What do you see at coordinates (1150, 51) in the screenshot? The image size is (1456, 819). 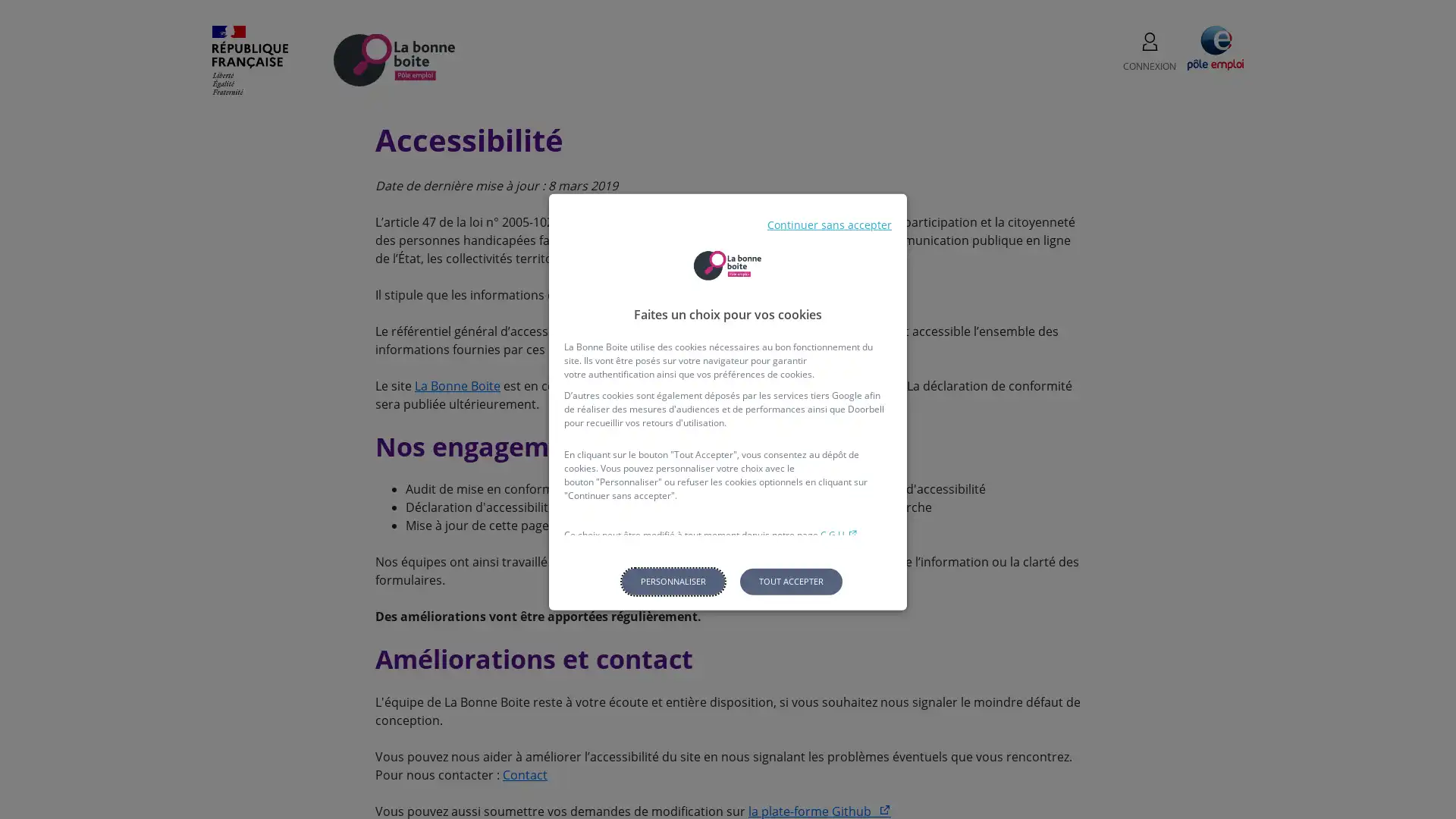 I see `CONNEXION` at bounding box center [1150, 51].